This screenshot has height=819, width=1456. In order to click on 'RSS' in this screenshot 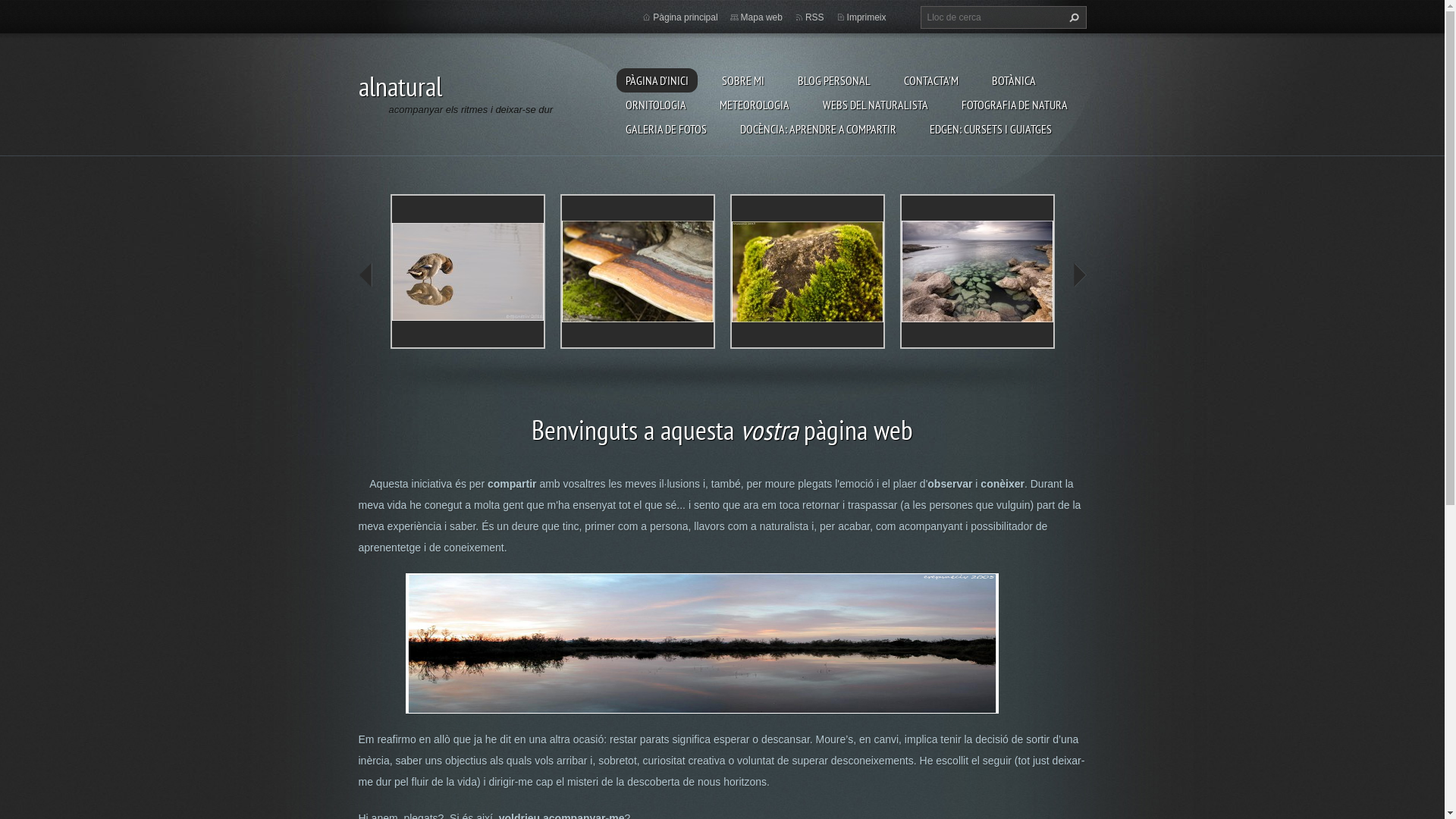, I will do `click(814, 17)`.